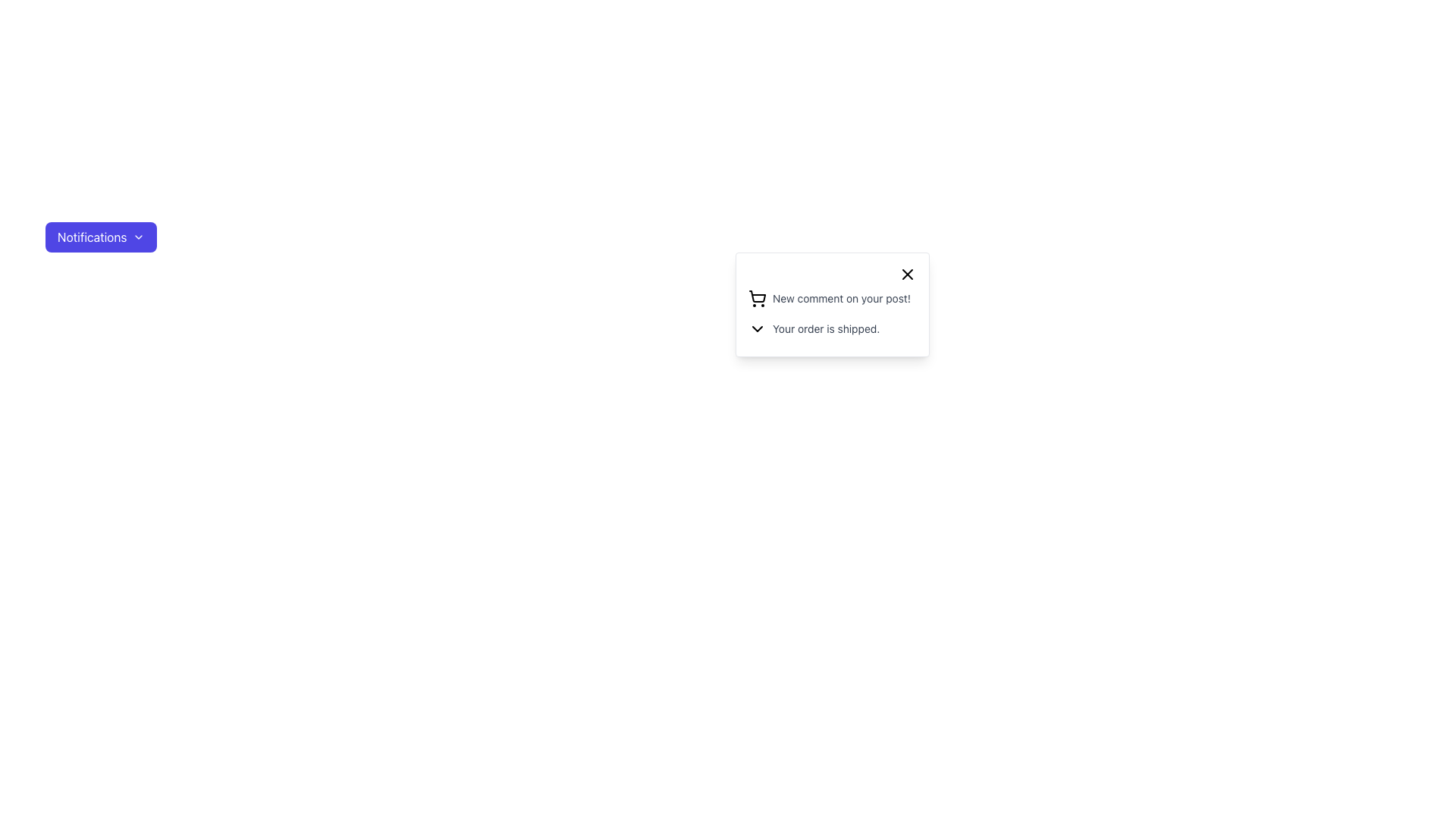  I want to click on the close button represented by an 'X' shape located in the upper-right corner of the notification card modal, so click(907, 275).